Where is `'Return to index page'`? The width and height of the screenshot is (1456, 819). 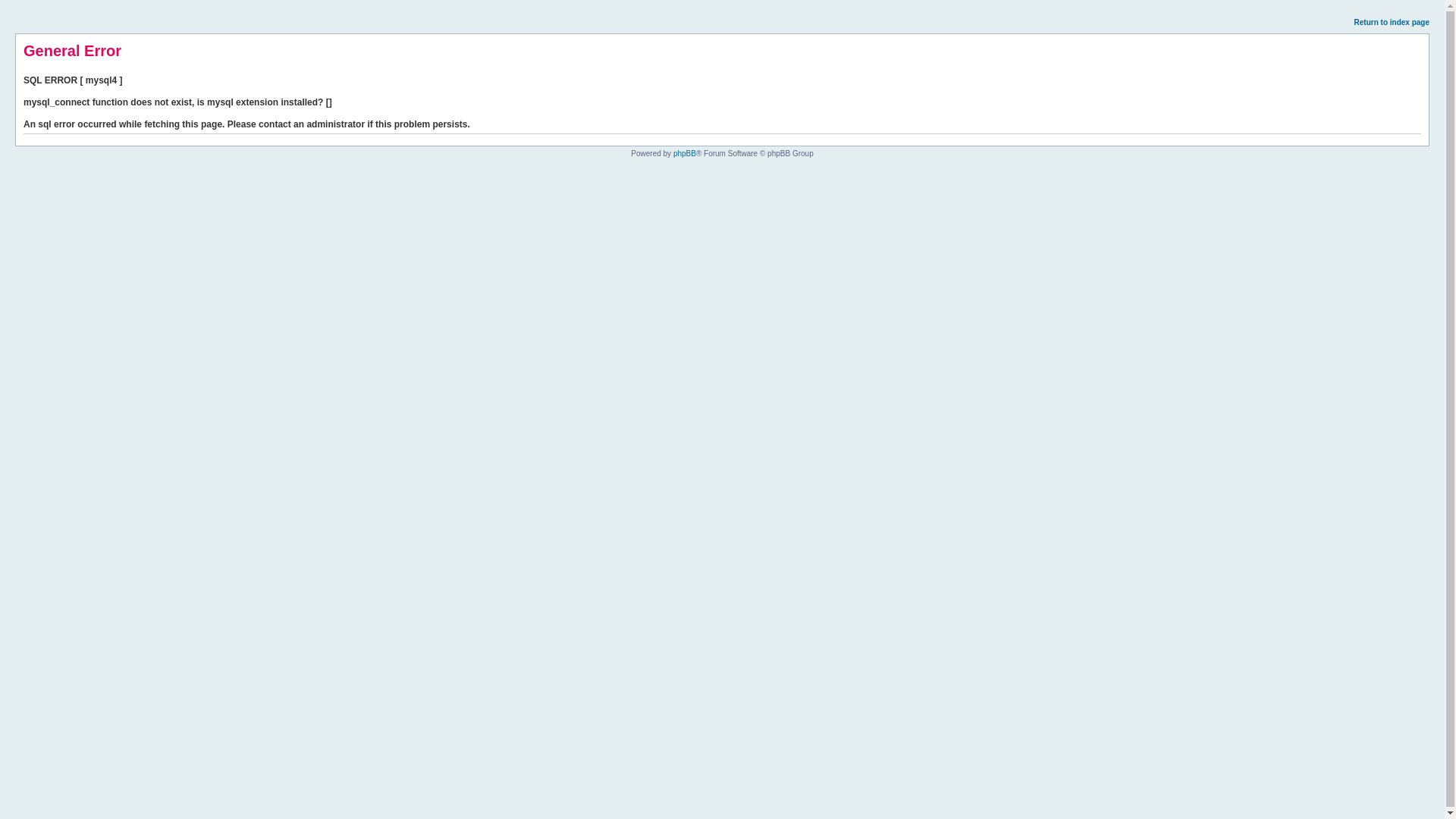 'Return to index page' is located at coordinates (1392, 22).